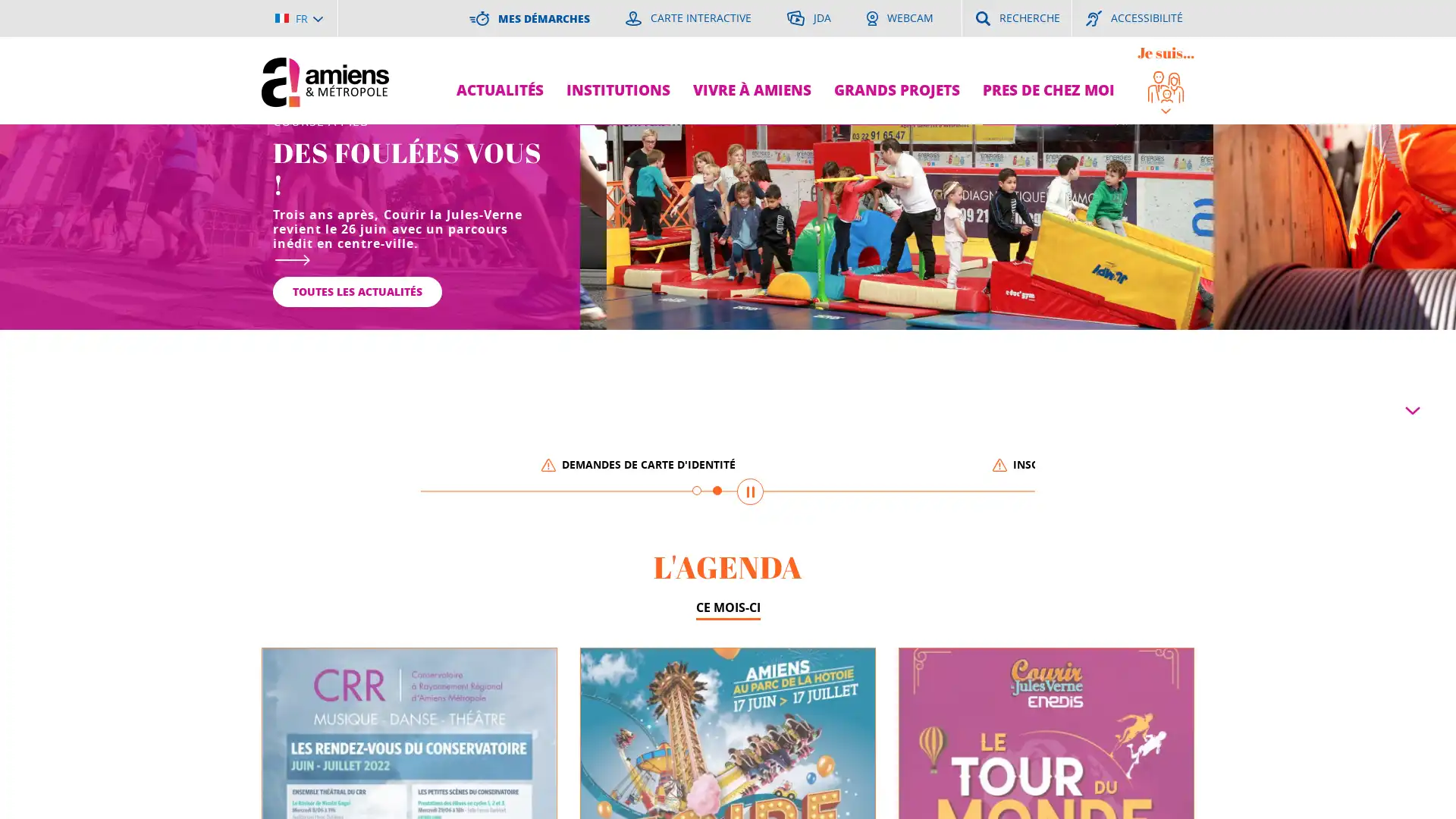  I want to click on RECHERCHE, so click(1016, 17).